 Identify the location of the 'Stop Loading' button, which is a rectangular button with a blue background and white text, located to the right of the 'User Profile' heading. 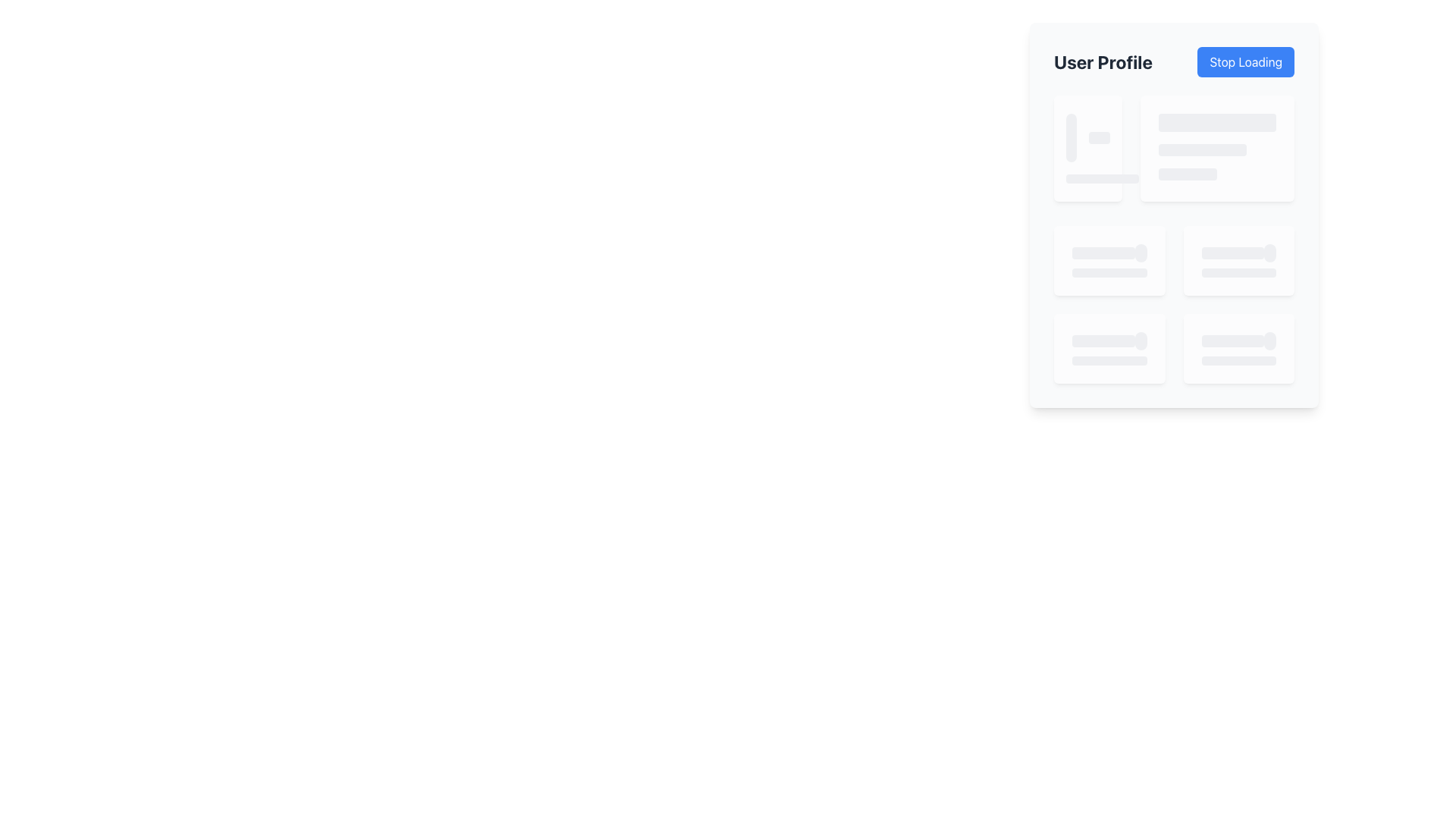
(1246, 61).